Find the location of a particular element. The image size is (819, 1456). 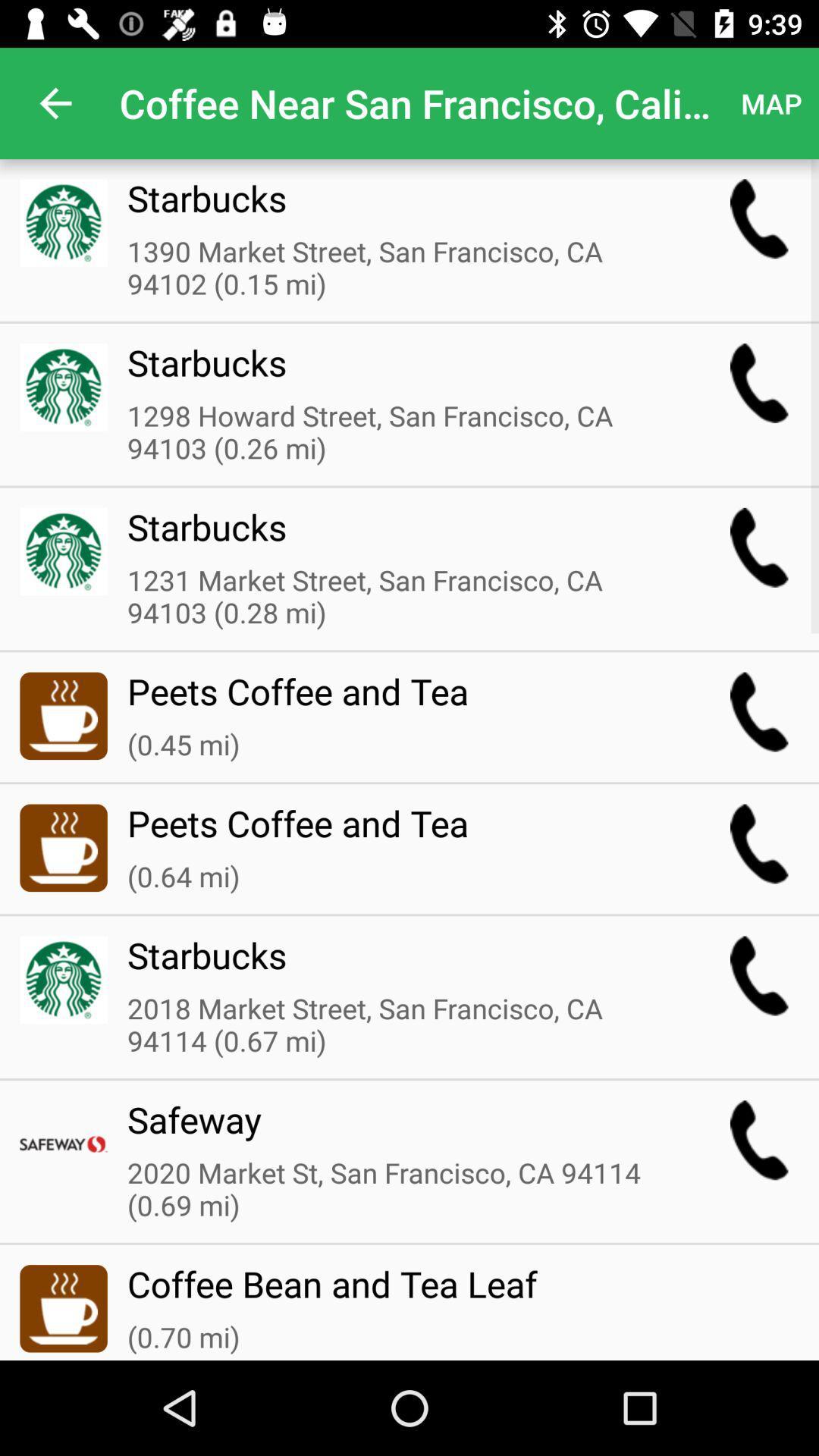

the icon above 2020 market st icon is located at coordinates (397, 1129).